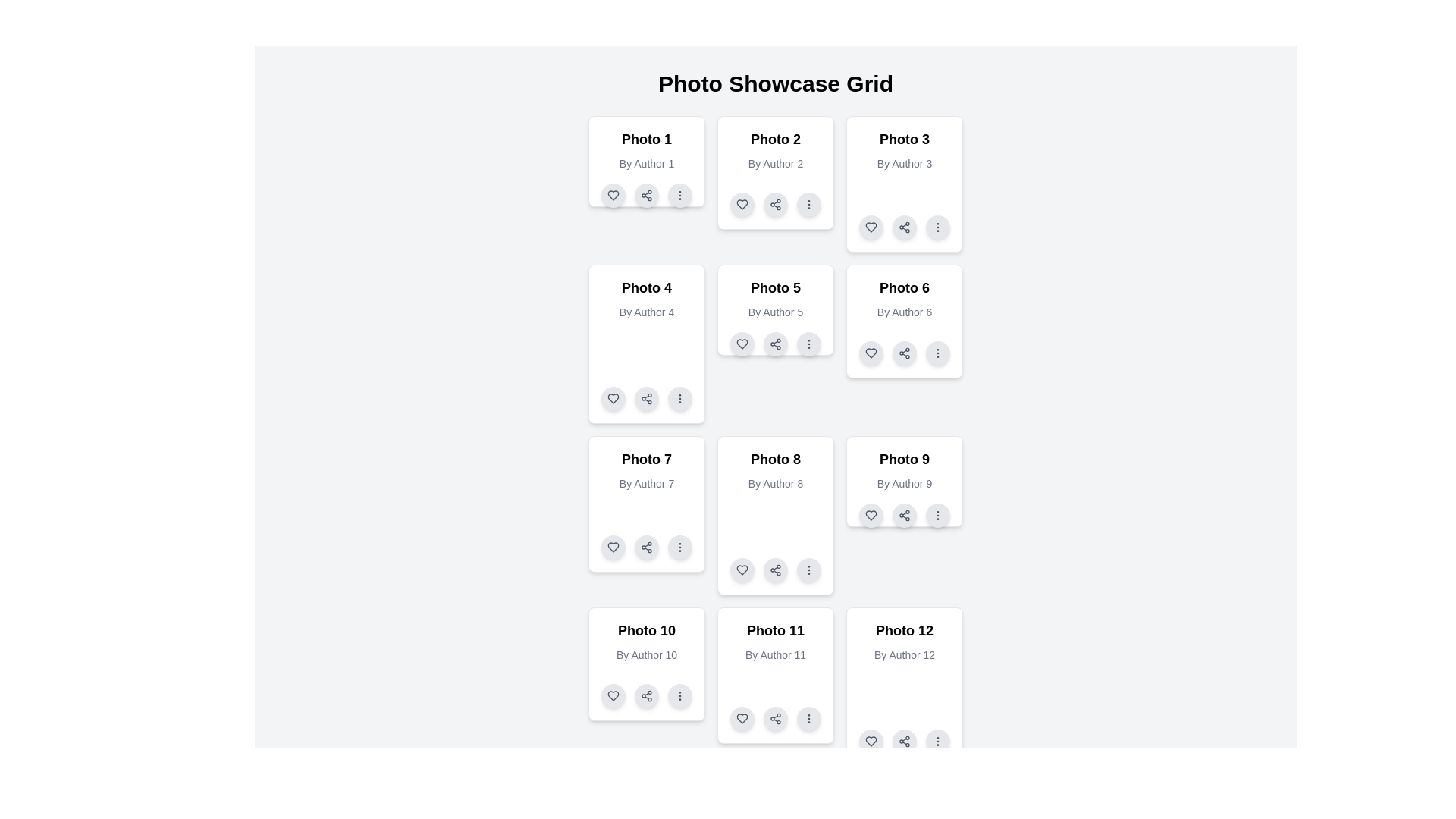 The height and width of the screenshot is (819, 1456). I want to click on the share button for 'Photo 10' by 'Author 10' to change its background color. This button is the second in a horizontal alignment at the bottom of the card, positioned between the heart button and the ellipsis button, so click(647, 696).